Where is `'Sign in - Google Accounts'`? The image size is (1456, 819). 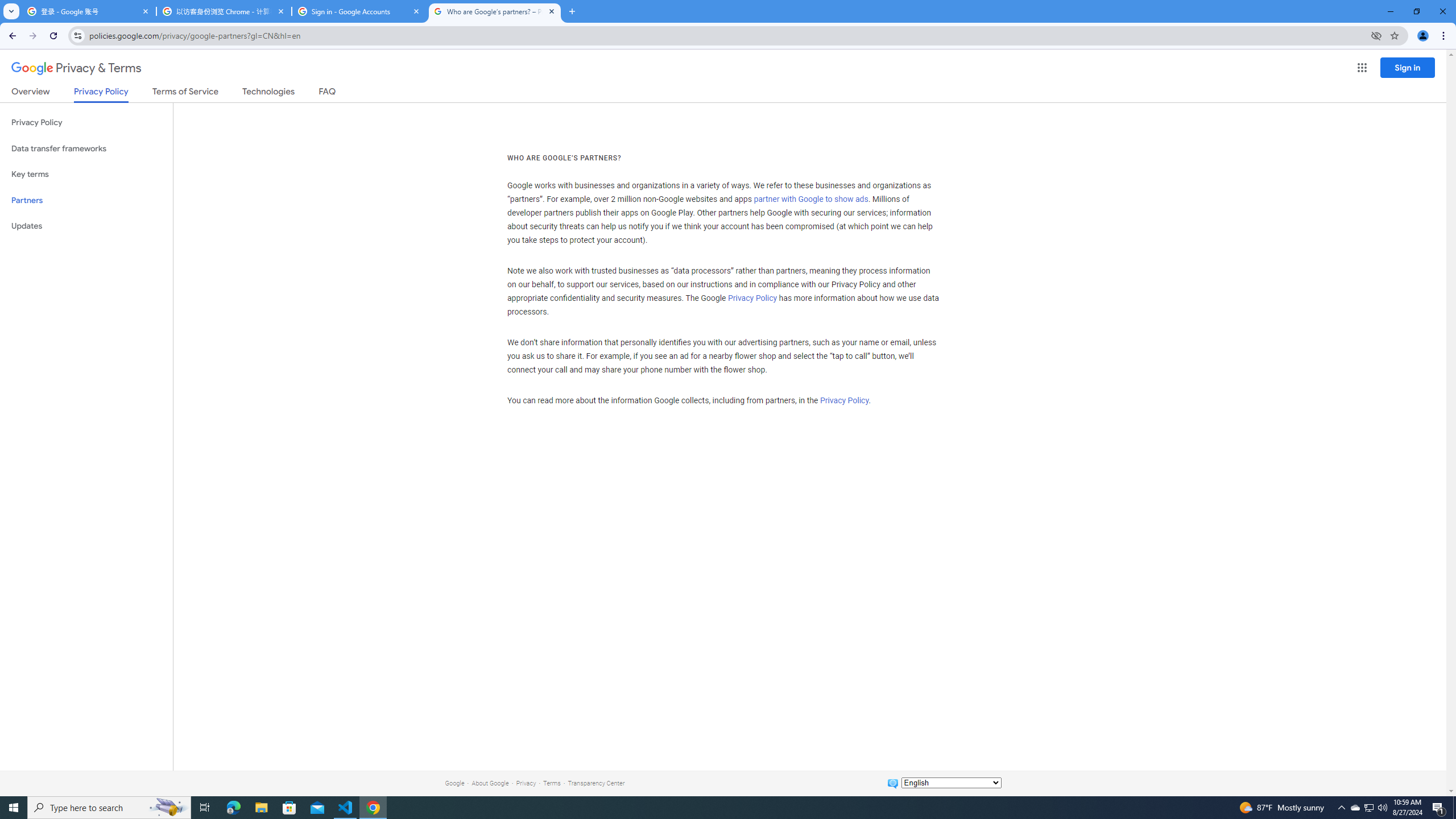
'Sign in - Google Accounts' is located at coordinates (359, 11).